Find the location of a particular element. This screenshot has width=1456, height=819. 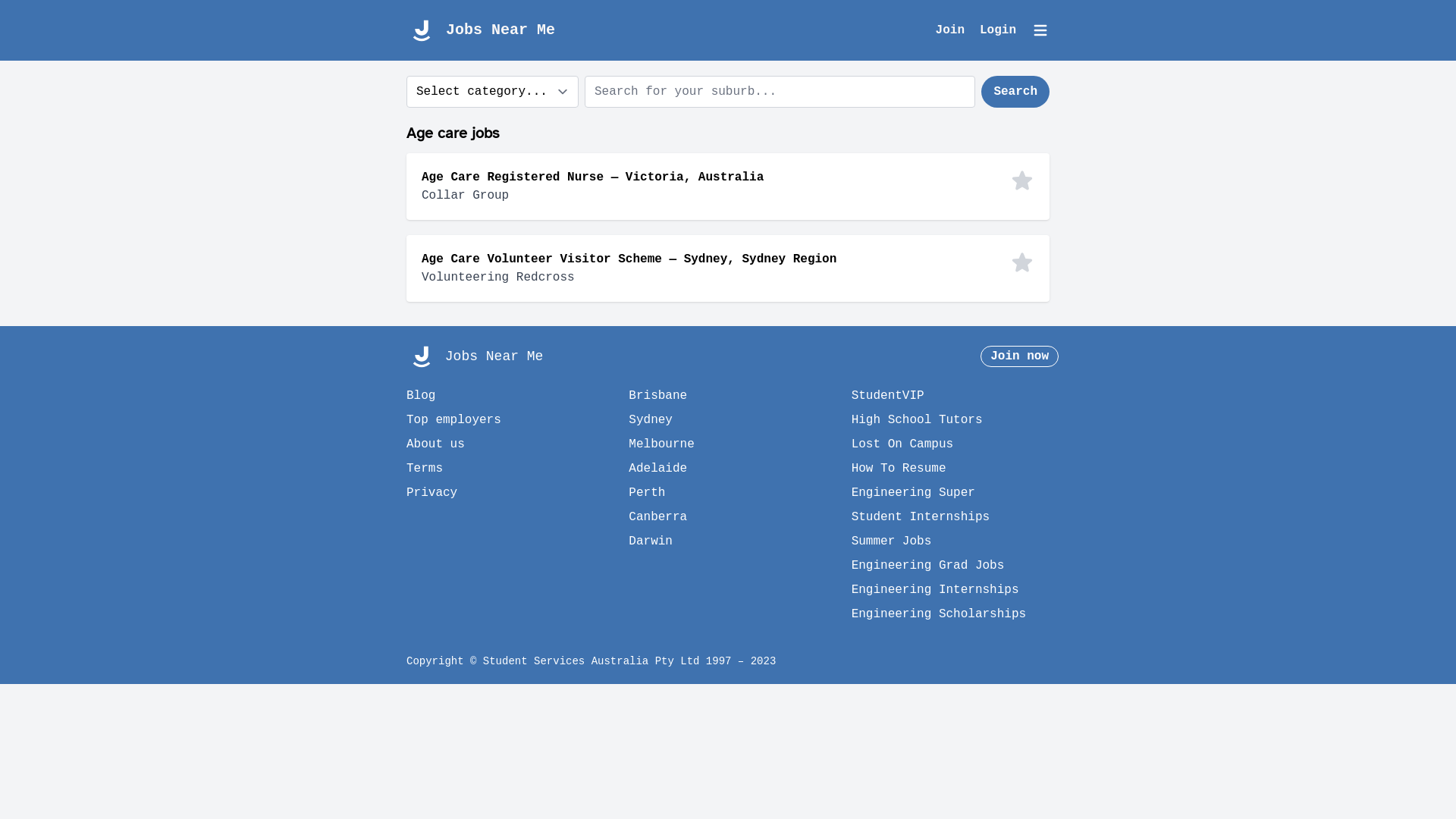

'Join now' is located at coordinates (1019, 356).